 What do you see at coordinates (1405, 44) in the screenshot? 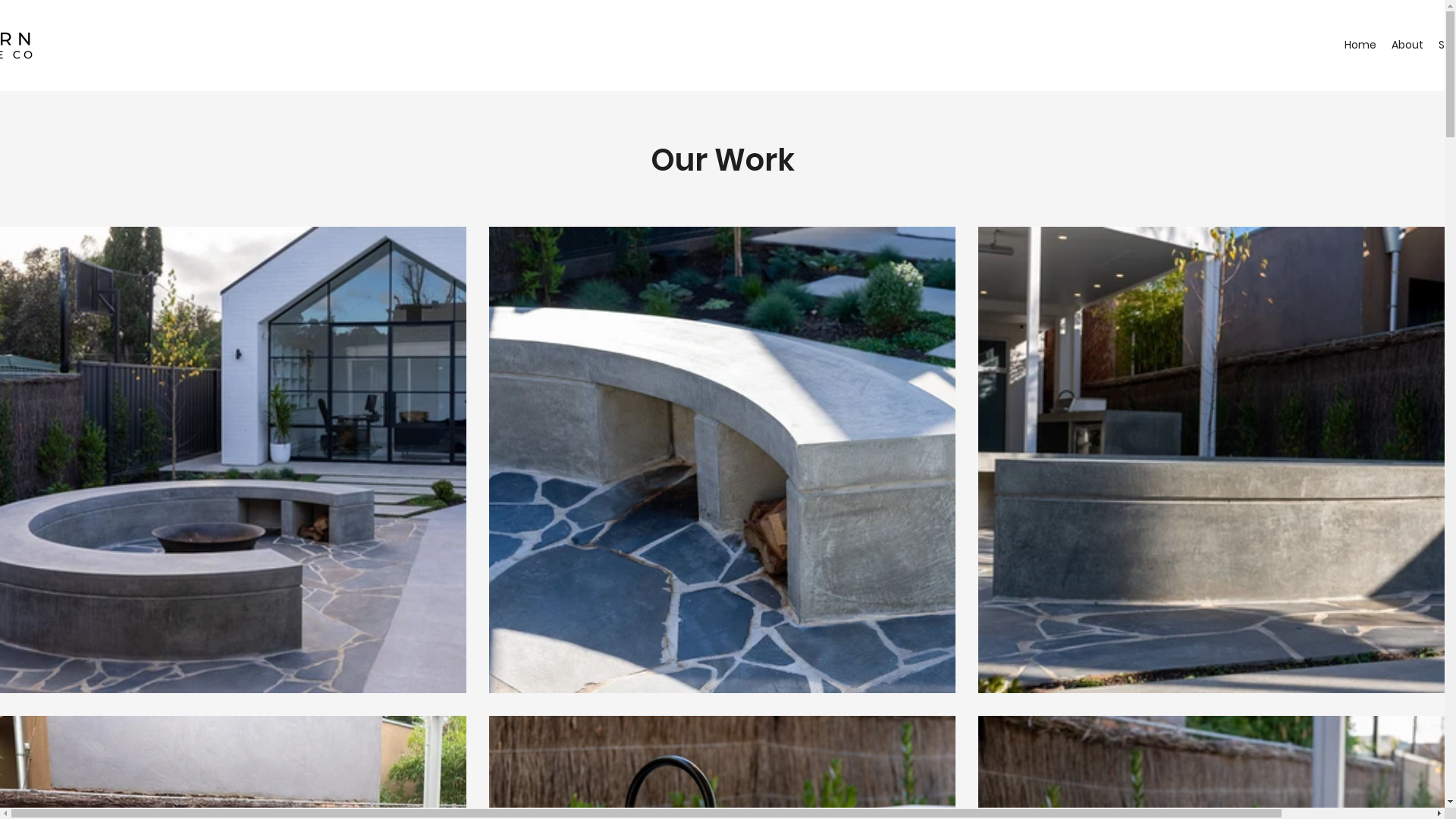
I see `'About'` at bounding box center [1405, 44].